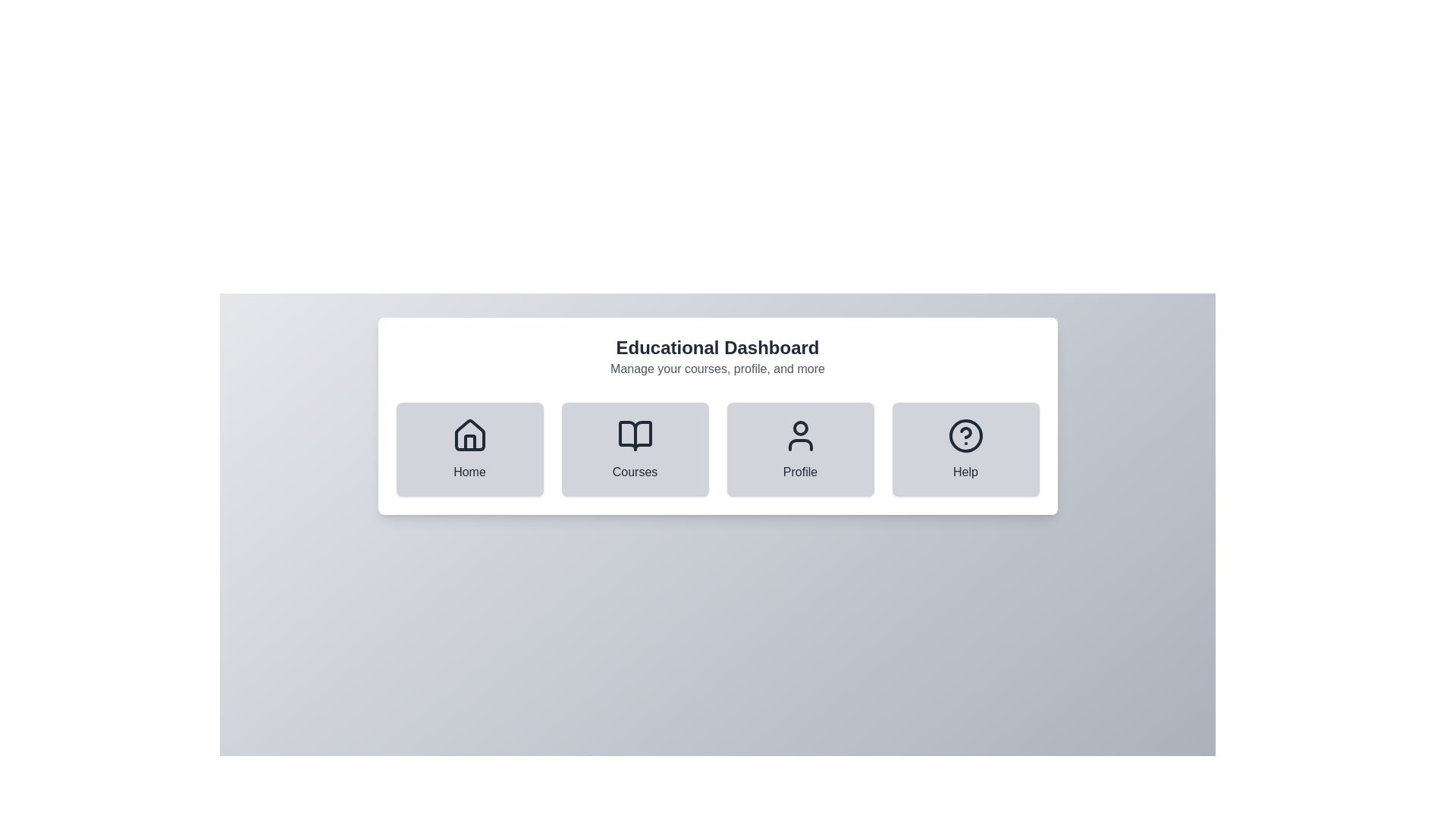 Image resolution: width=1456 pixels, height=819 pixels. What do you see at coordinates (717, 369) in the screenshot?
I see `the static text element displaying the phrase 'Manage your courses, profile, and more', located below the 'Educational Dashboard' title, centrally positioned in the upper section of the interface` at bounding box center [717, 369].